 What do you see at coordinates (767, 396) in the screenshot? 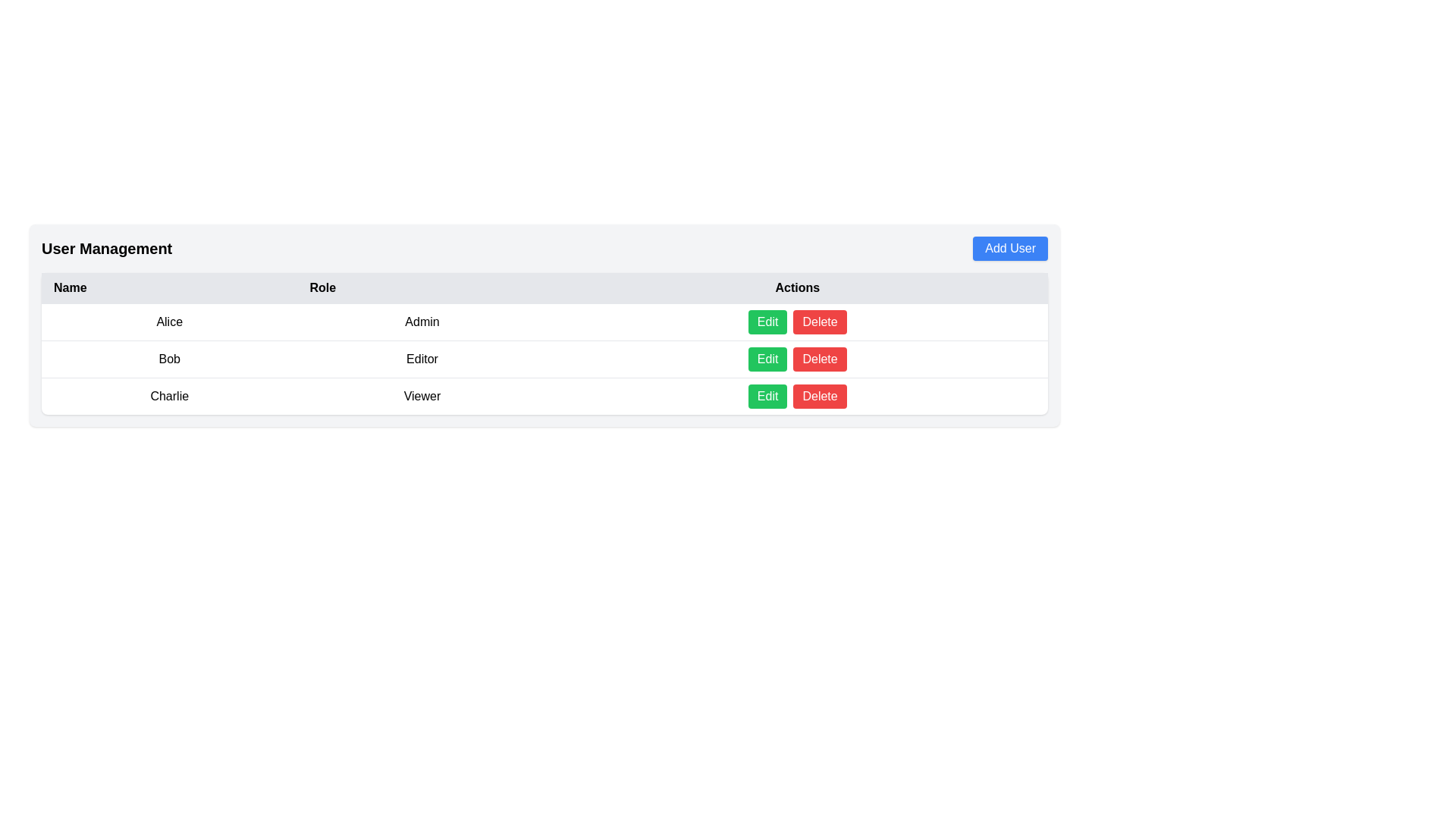
I see `the green rectangular button with rounded corners labeled 'Edit' located in the third row of the 'Actions' column` at bounding box center [767, 396].